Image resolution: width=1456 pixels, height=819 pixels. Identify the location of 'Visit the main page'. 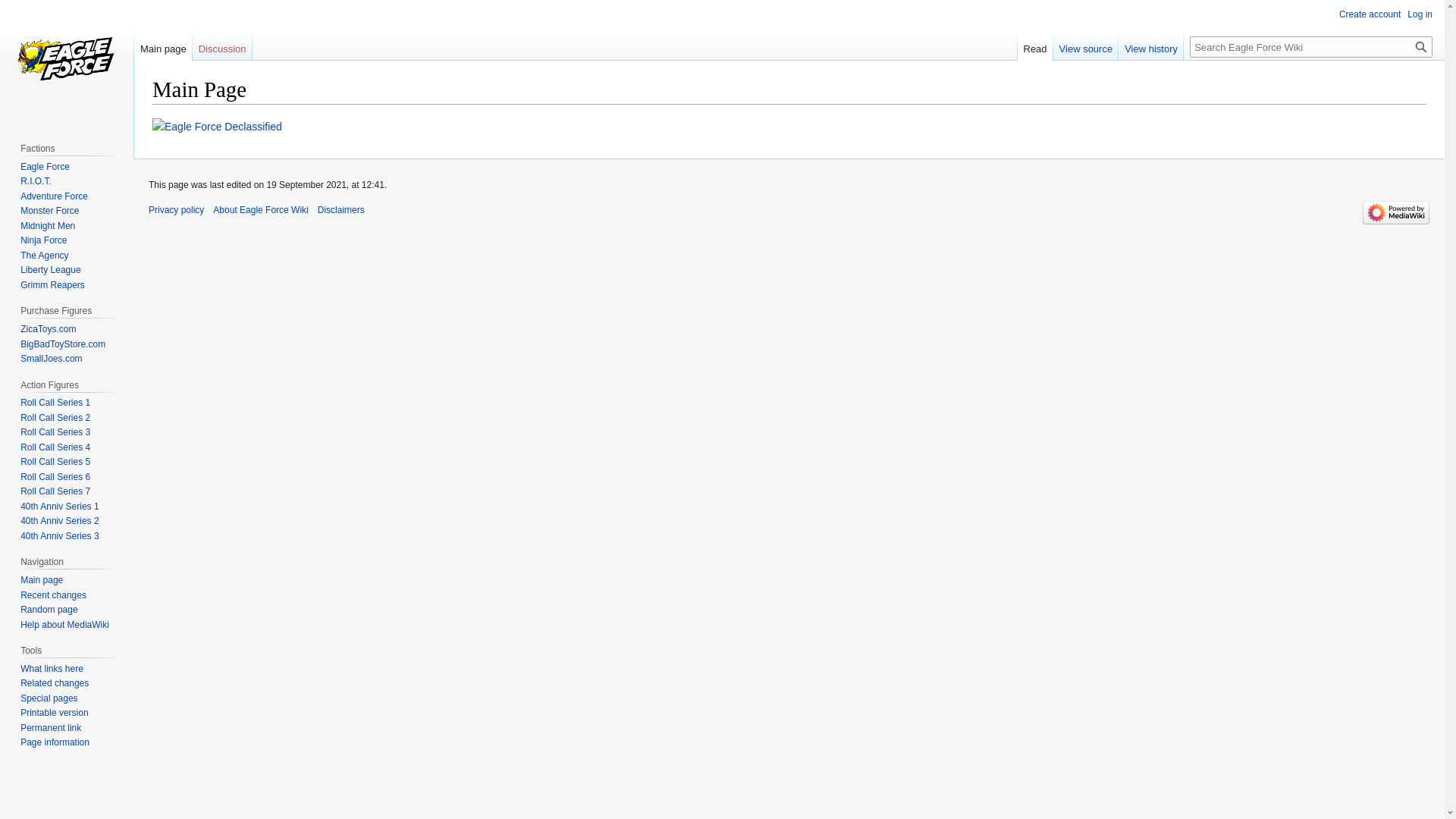
(65, 60).